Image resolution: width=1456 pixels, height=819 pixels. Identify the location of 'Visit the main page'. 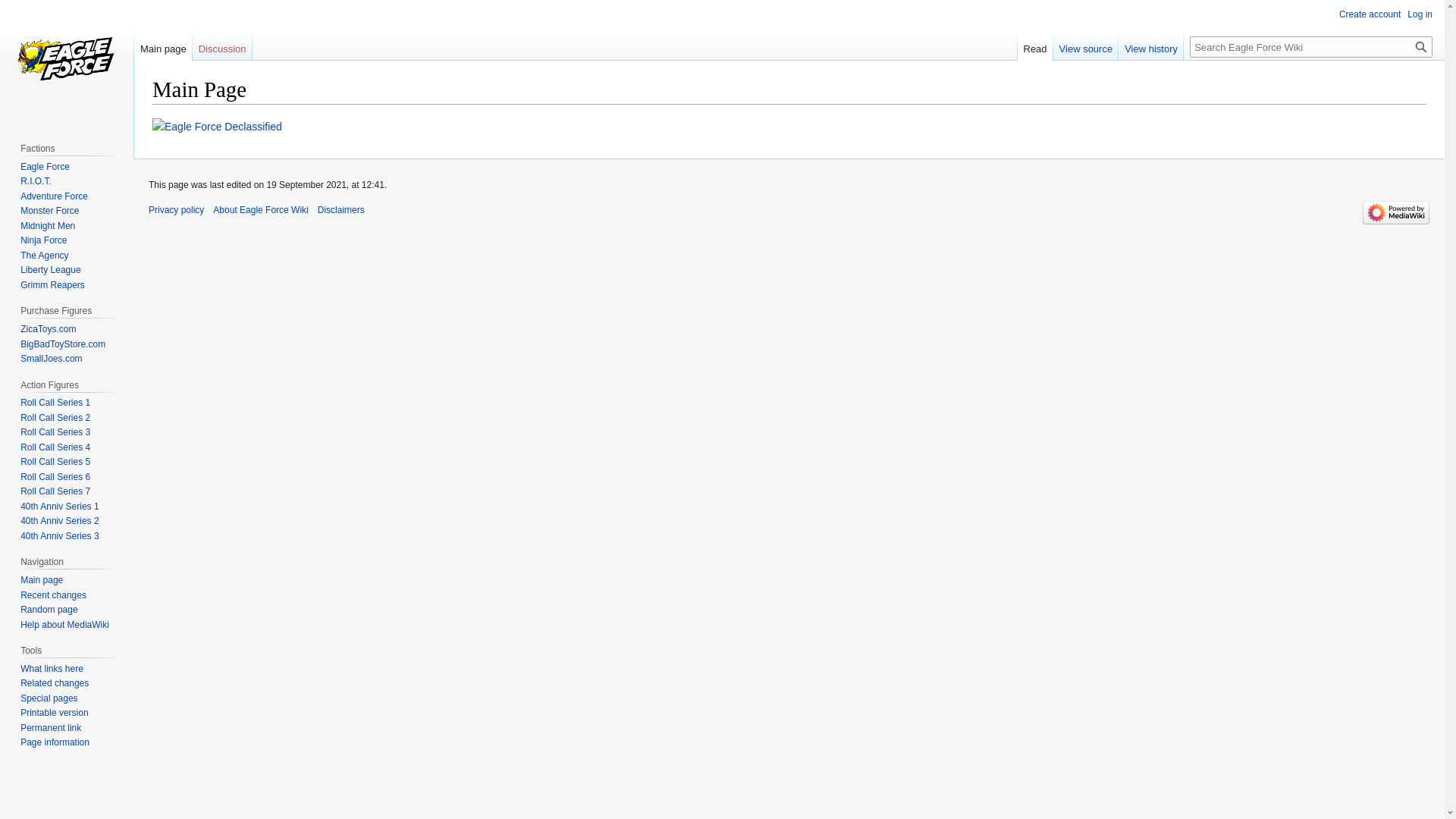
(65, 60).